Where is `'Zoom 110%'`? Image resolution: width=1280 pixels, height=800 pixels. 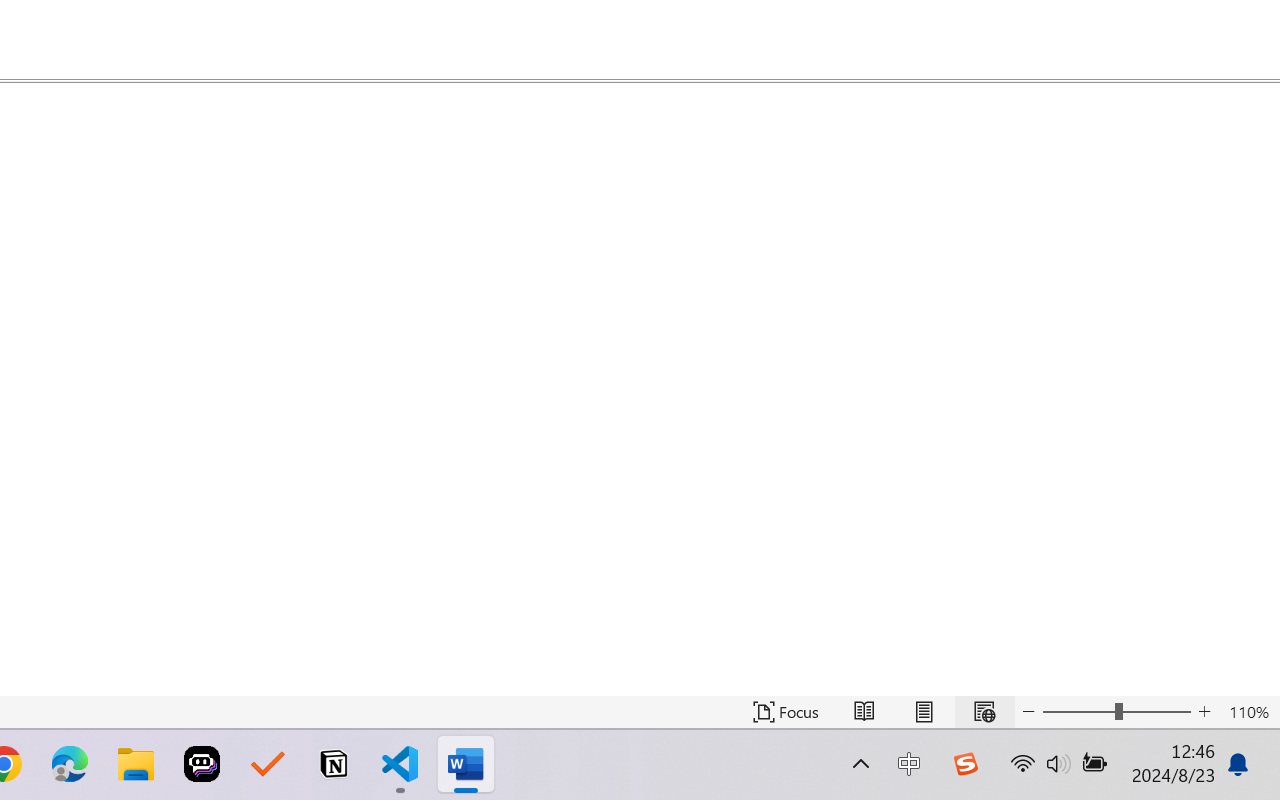
'Zoom 110%' is located at coordinates (1248, 711).